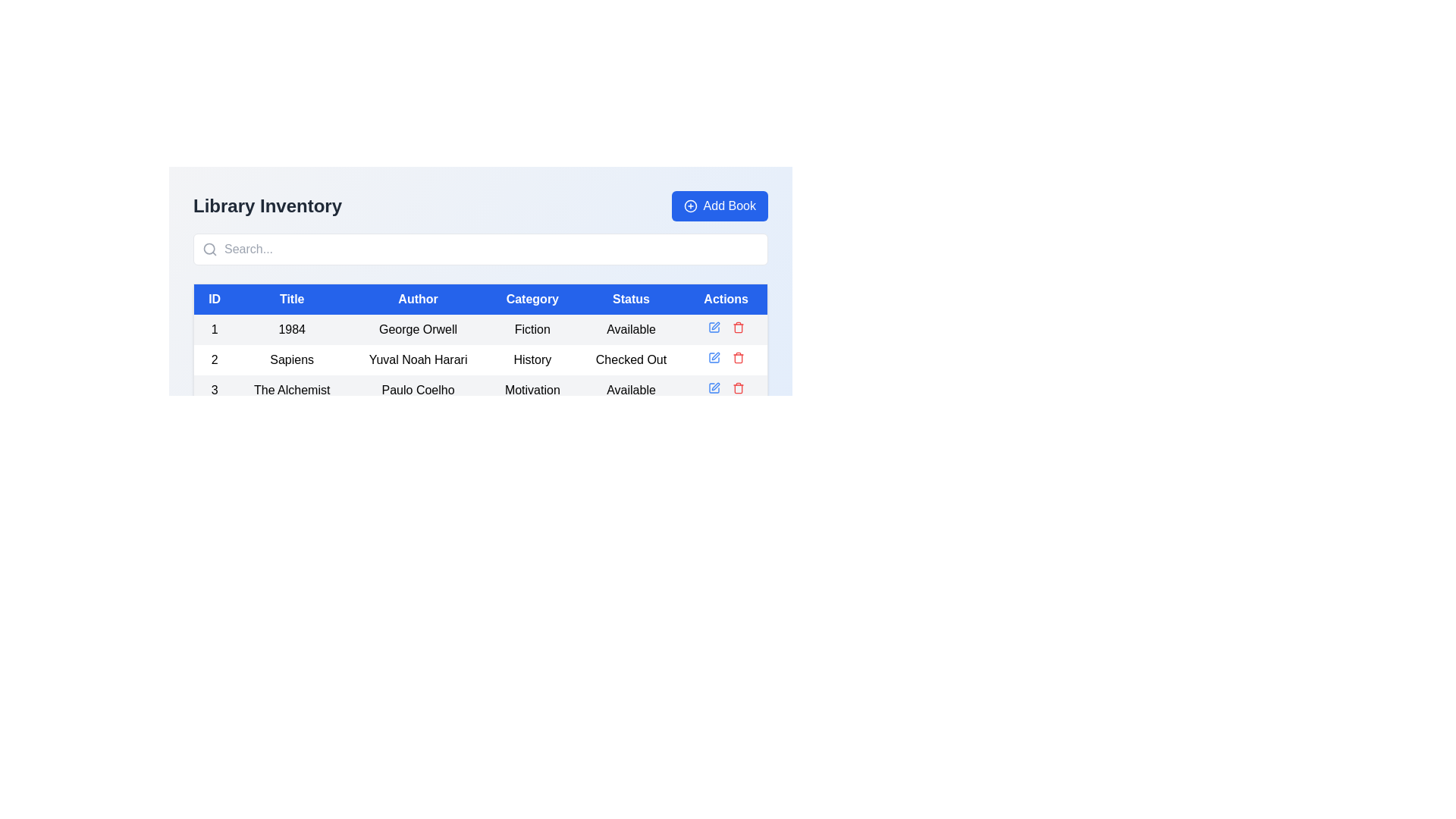  What do you see at coordinates (713, 327) in the screenshot?
I see `the edit button located in the 'Actions' column of the table row to change its appearance` at bounding box center [713, 327].